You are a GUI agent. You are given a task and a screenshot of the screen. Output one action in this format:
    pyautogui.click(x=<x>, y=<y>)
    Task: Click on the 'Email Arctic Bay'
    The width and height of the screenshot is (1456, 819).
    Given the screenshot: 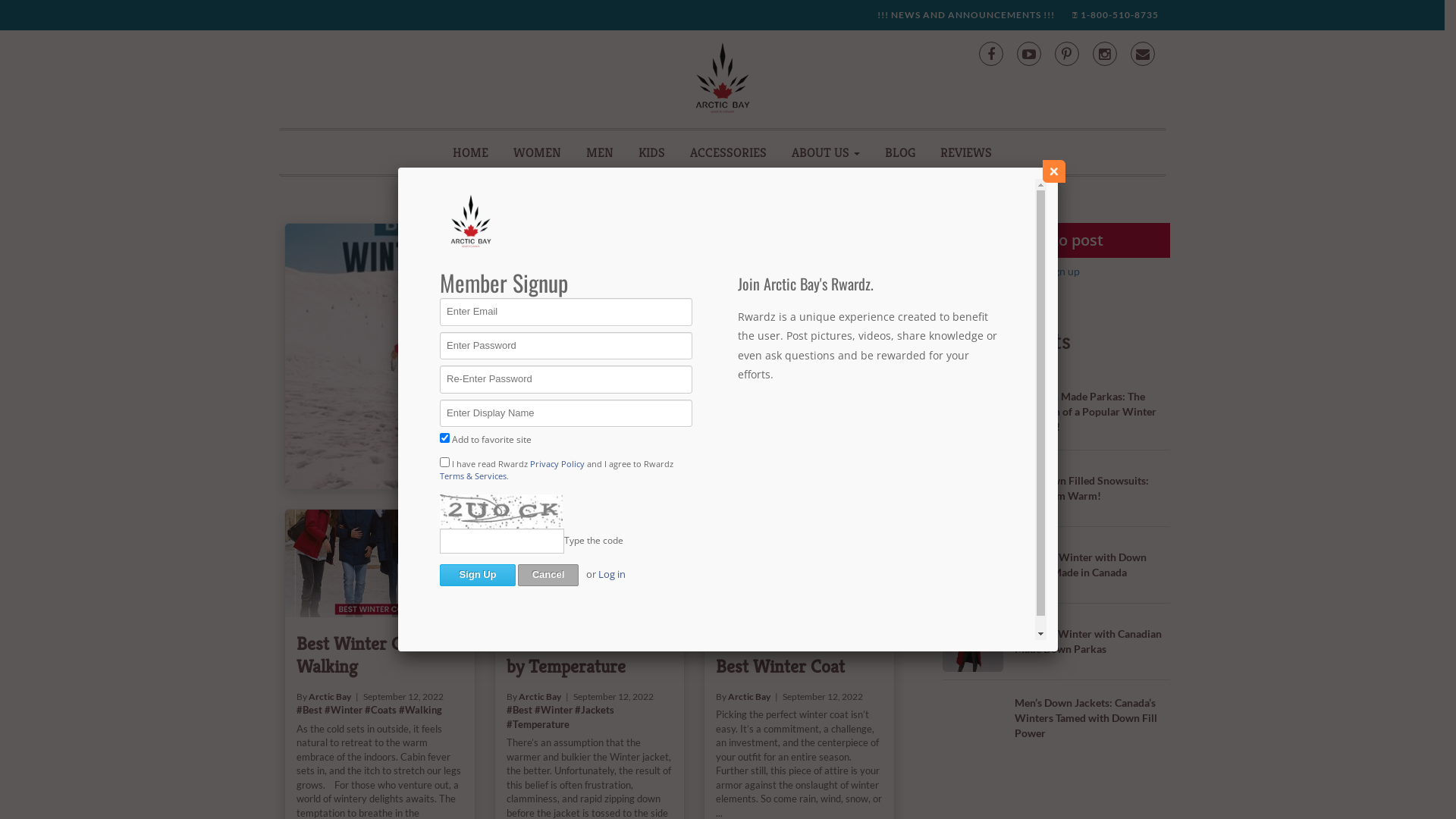 What is the action you would take?
    pyautogui.click(x=1142, y=52)
    